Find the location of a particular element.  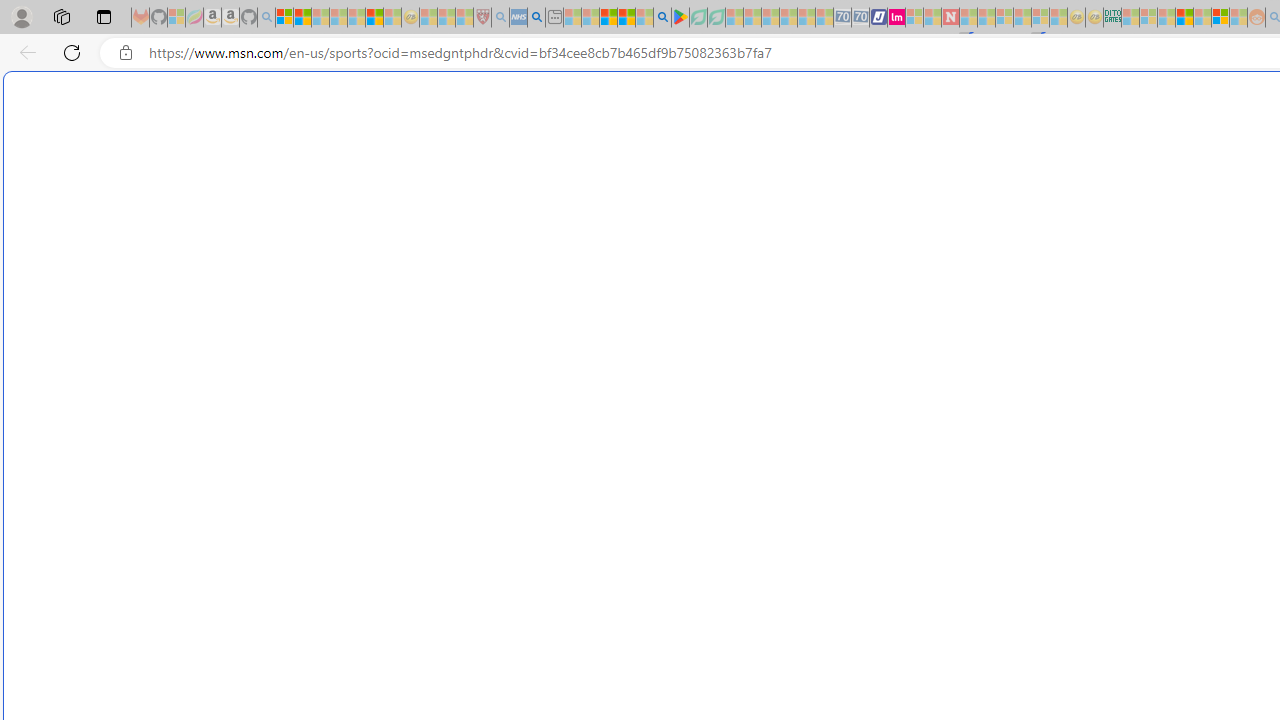

'Jobs - lastminute.com Investor Portal' is located at coordinates (895, 17).